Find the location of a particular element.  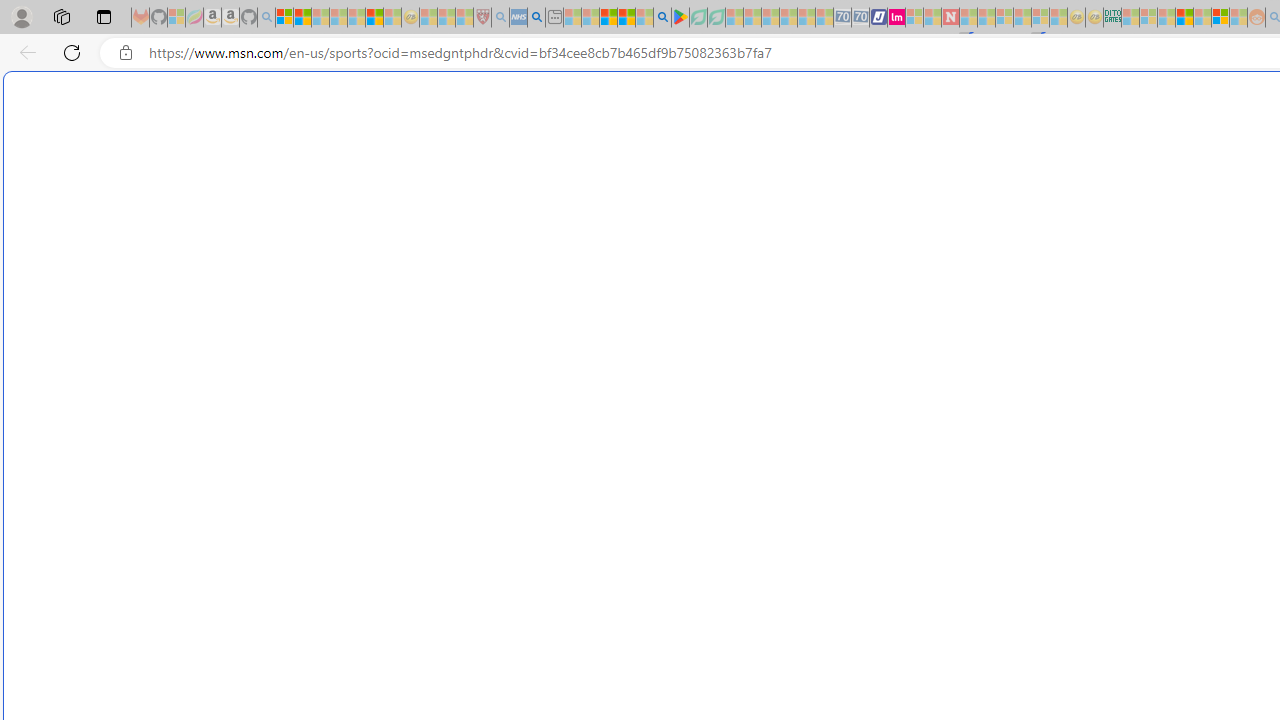

'Jobs - lastminute.com Investor Portal' is located at coordinates (895, 17).